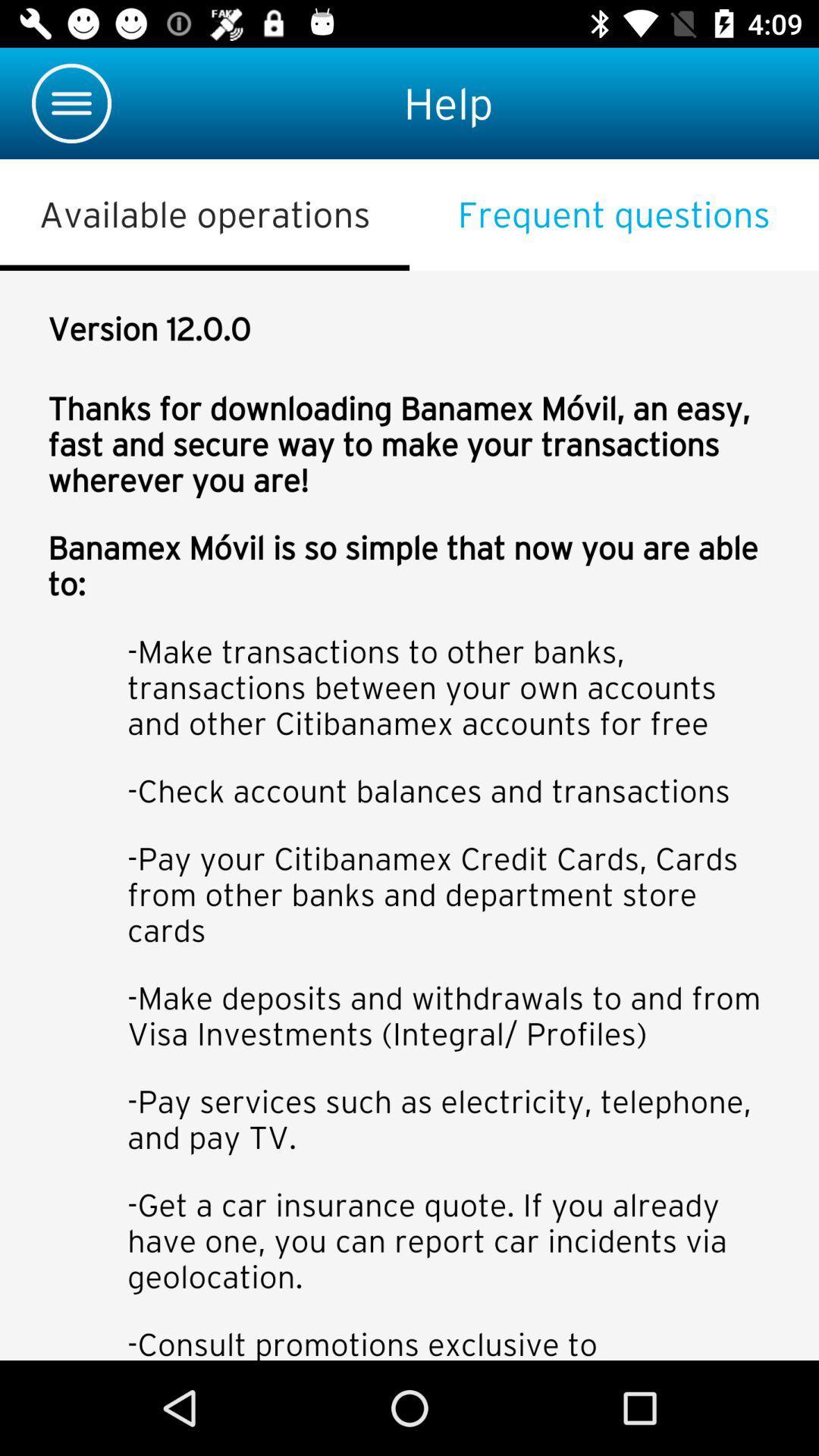 This screenshot has height=1456, width=819. What do you see at coordinates (409, 814) in the screenshot?
I see `full page` at bounding box center [409, 814].